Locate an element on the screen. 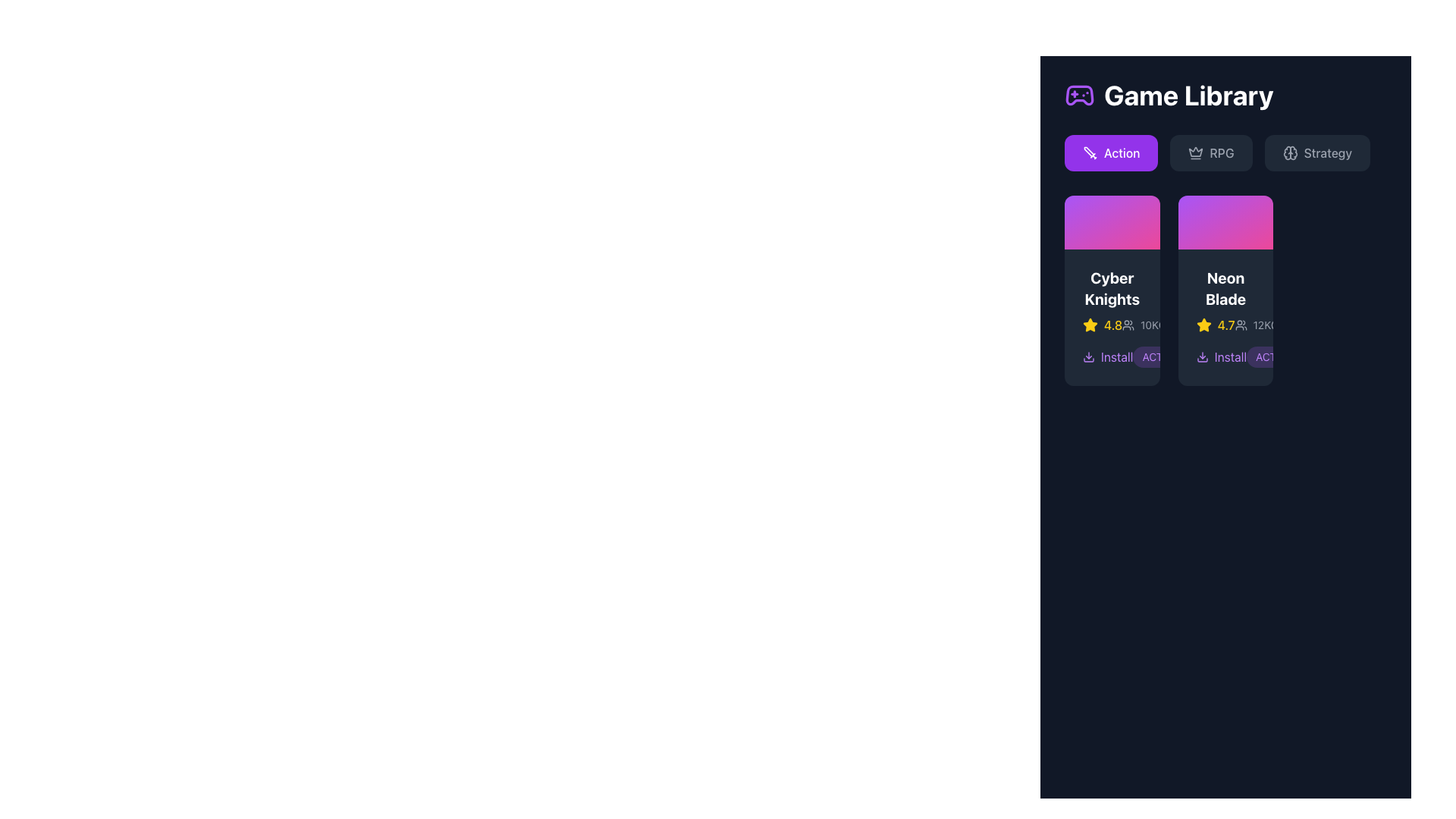 The height and width of the screenshot is (819, 1456). numeric text label '4.8' that is styled with a medium font weight and presented in yellow color, located next to the yellow star icon on the game card for 'Cyber Knights' is located at coordinates (1113, 324).